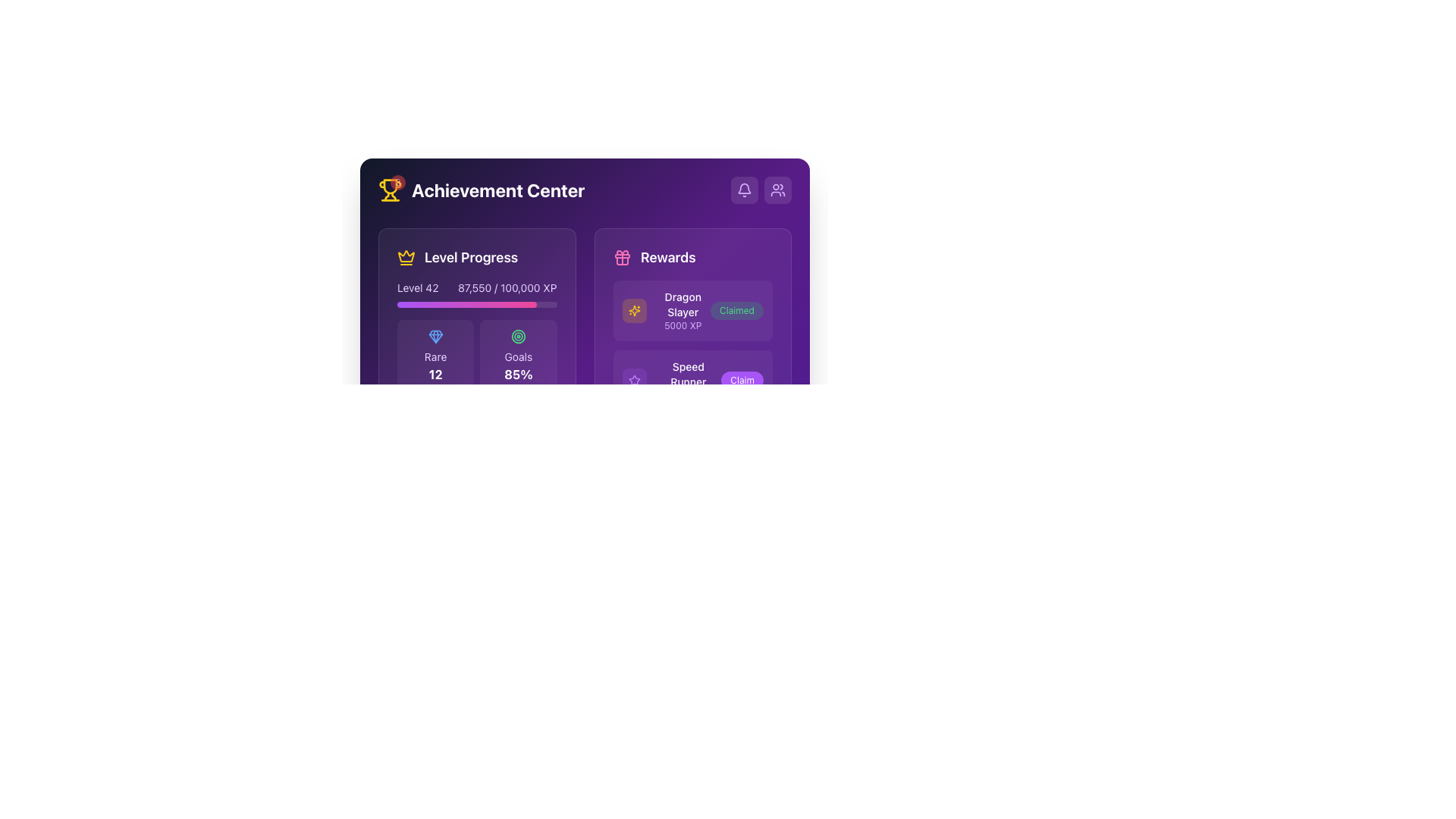 The height and width of the screenshot is (819, 1456). Describe the element at coordinates (778, 189) in the screenshot. I see `the user management button located in the upper-right corner of the interface, which is the second button in a row of two` at that location.